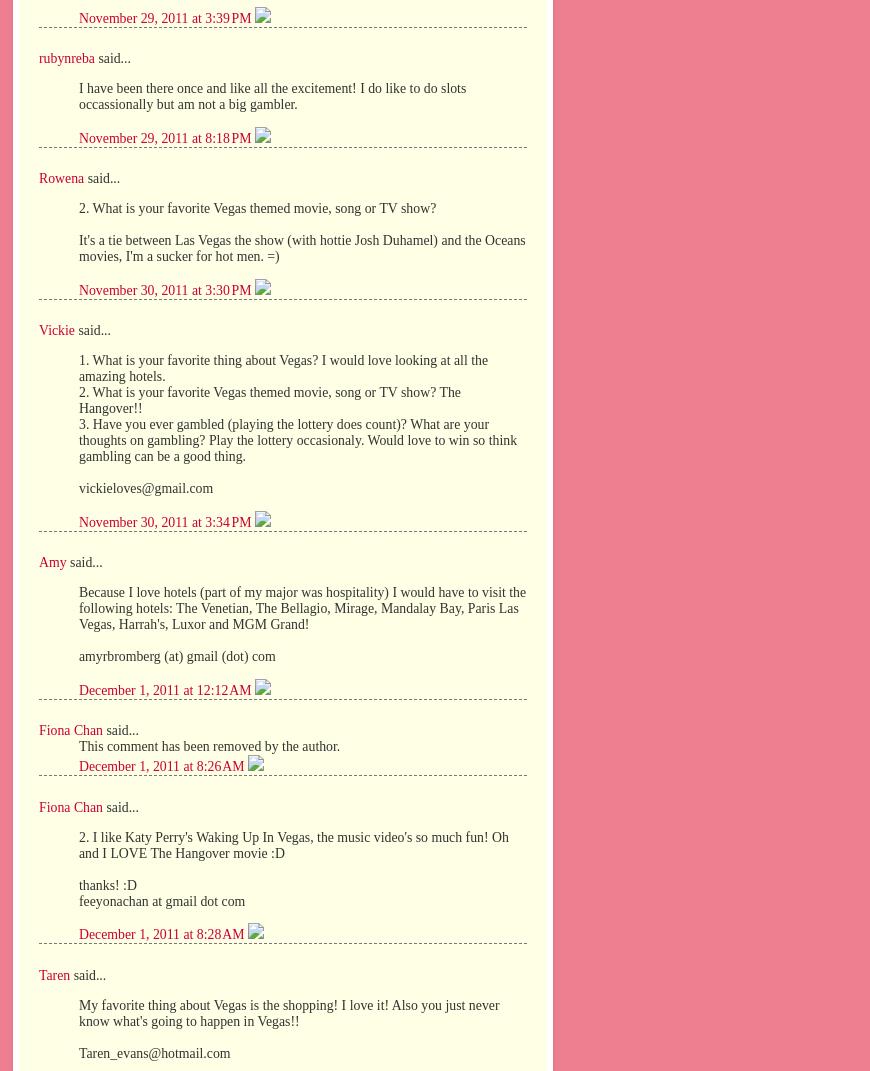 This screenshot has width=870, height=1071. What do you see at coordinates (289, 1012) in the screenshot?
I see `'My favorite thing about Vegas is the shopping! I love it! Also you just never know what's going to happen in Vegas!!'` at bounding box center [289, 1012].